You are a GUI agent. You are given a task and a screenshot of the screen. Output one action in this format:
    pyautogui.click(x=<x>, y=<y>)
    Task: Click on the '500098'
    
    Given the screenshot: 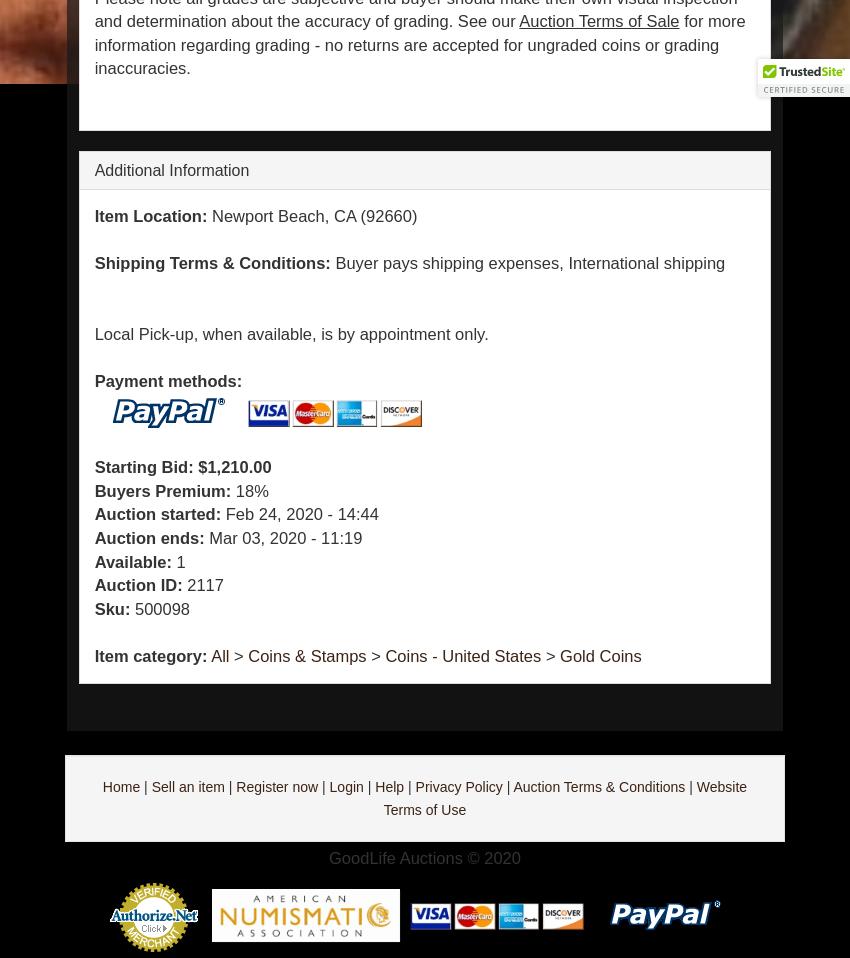 What is the action you would take?
    pyautogui.click(x=159, y=608)
    